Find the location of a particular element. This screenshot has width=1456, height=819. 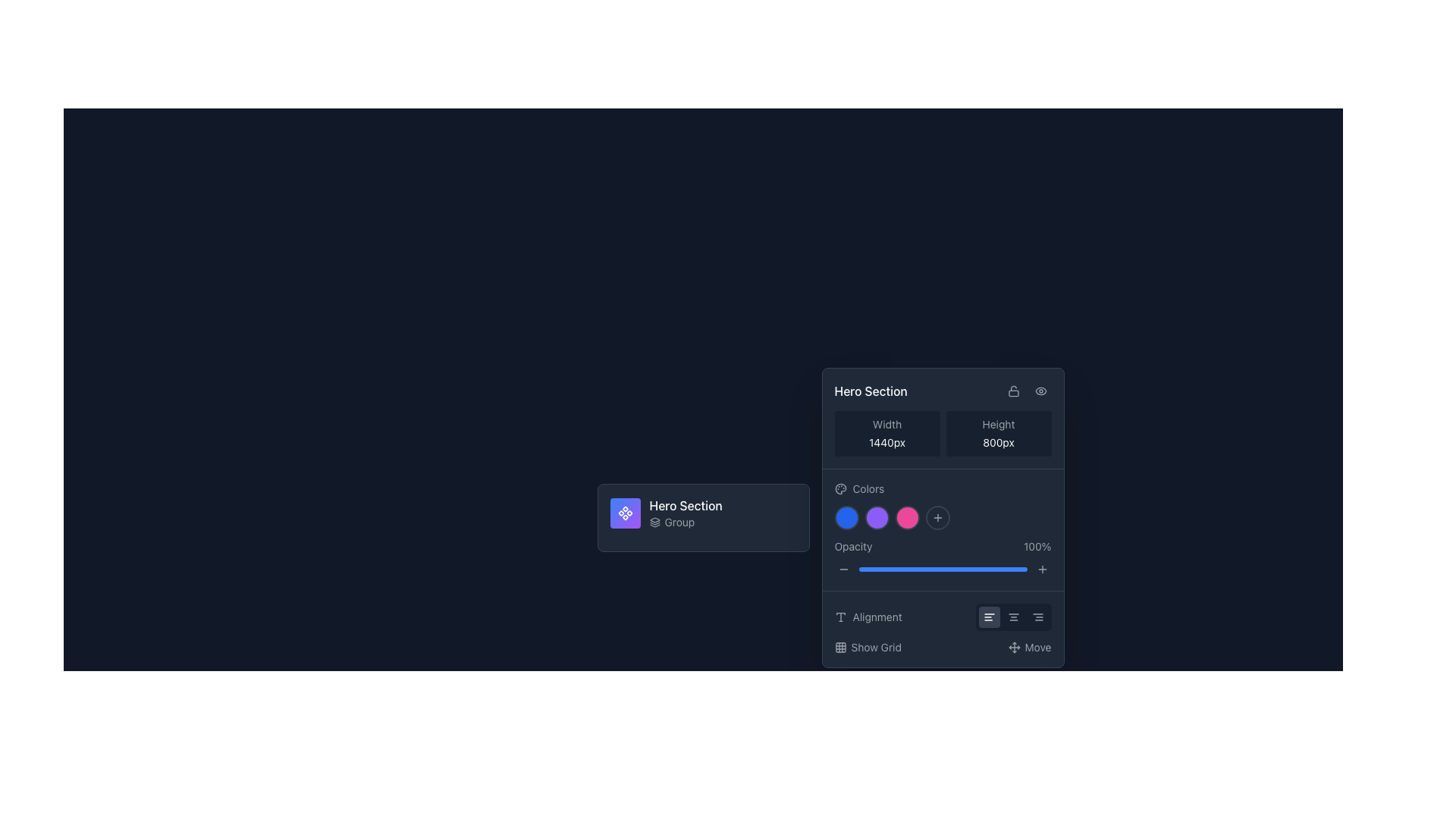

the layering/grouping icon located to the left of the 'Group' label in the lower-left portion of the 'Hero Section' box is located at coordinates (654, 522).